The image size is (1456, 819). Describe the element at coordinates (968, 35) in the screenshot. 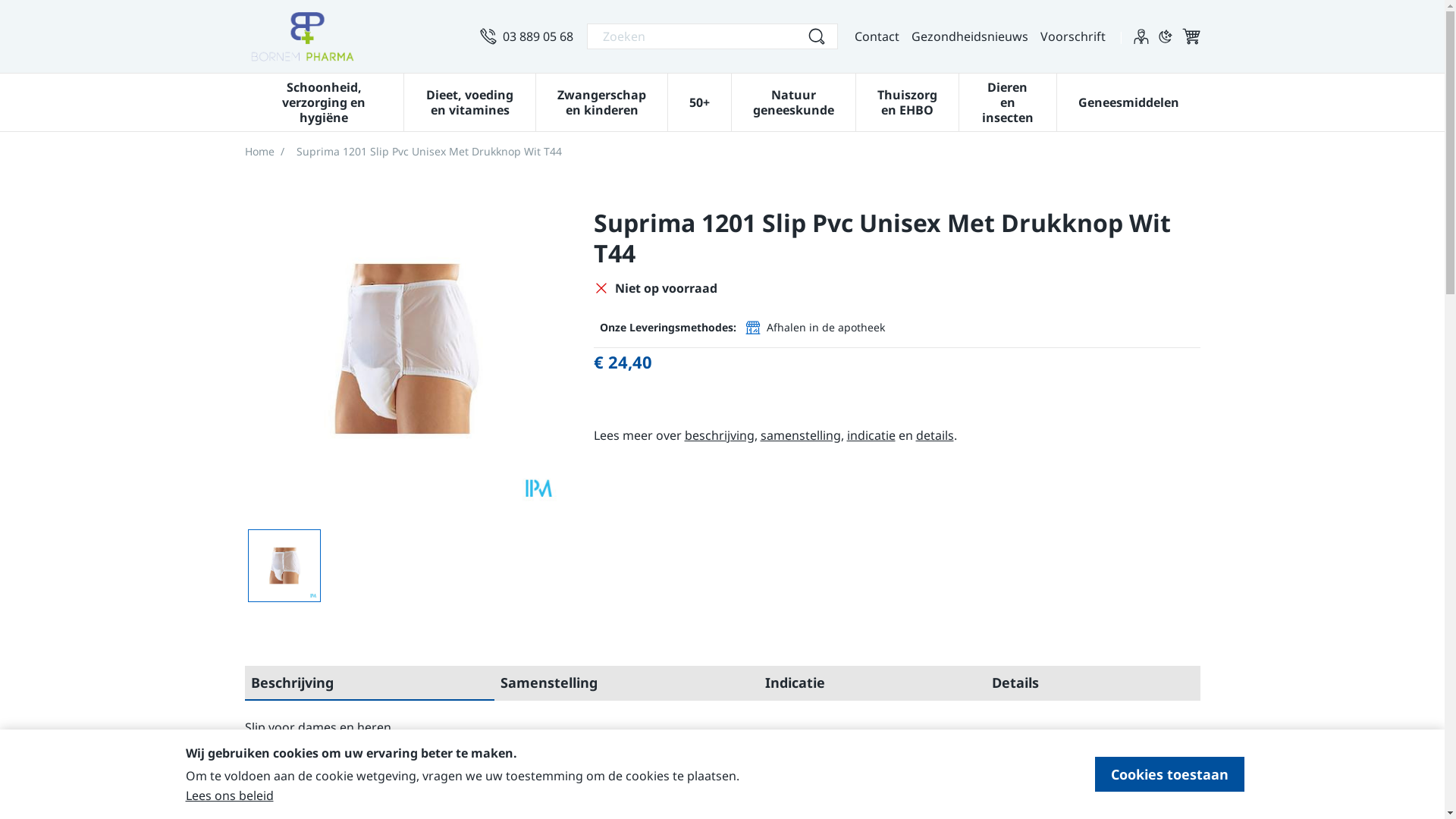

I see `'Gezondheidsnieuws'` at that location.